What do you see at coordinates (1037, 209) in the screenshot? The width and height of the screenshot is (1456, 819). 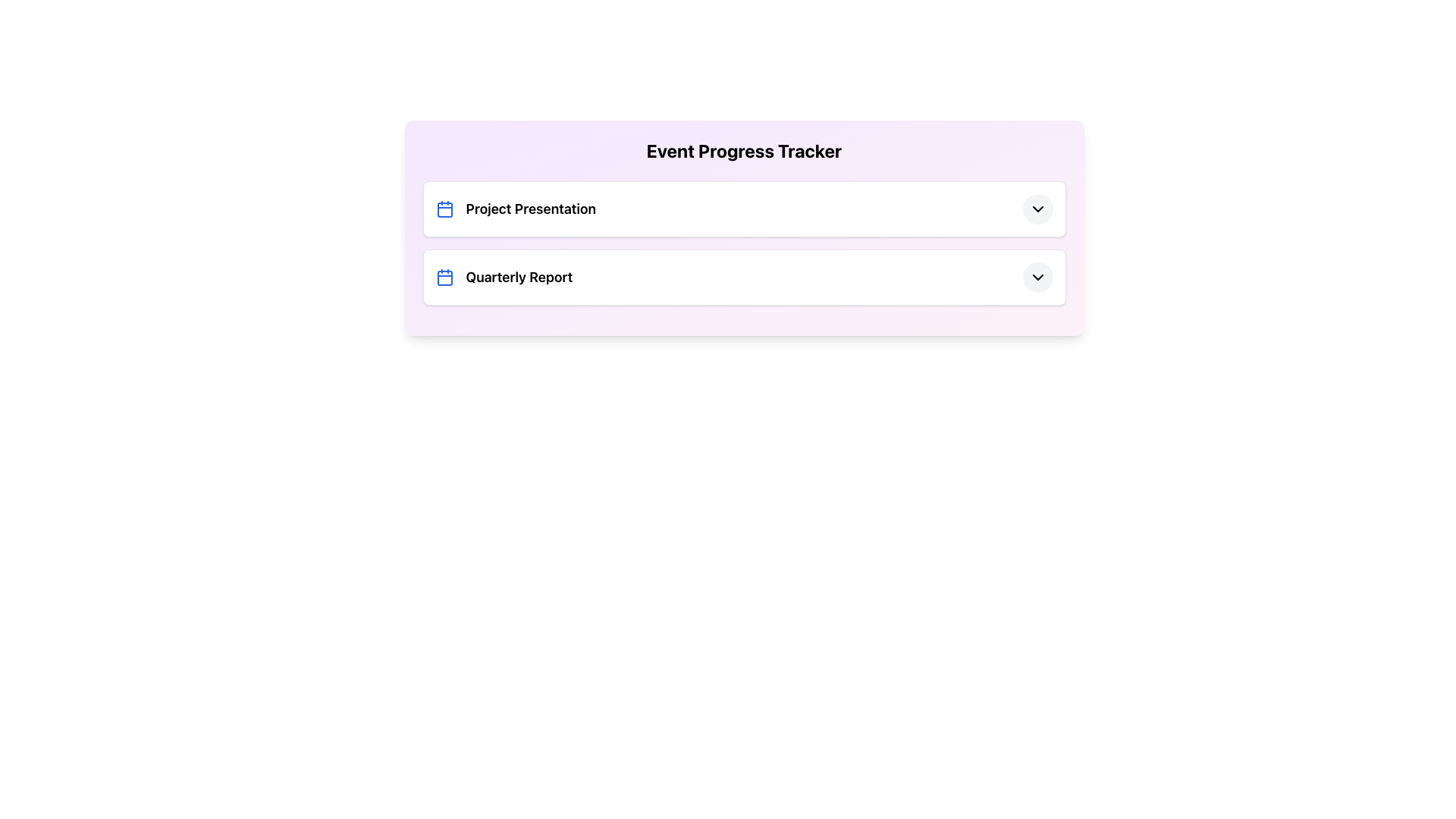 I see `the circular button with a light gray background and a downward-pointing chevron icon, located on the far right side of the top item under 'Event Progress Tracker' to observe styling changes` at bounding box center [1037, 209].